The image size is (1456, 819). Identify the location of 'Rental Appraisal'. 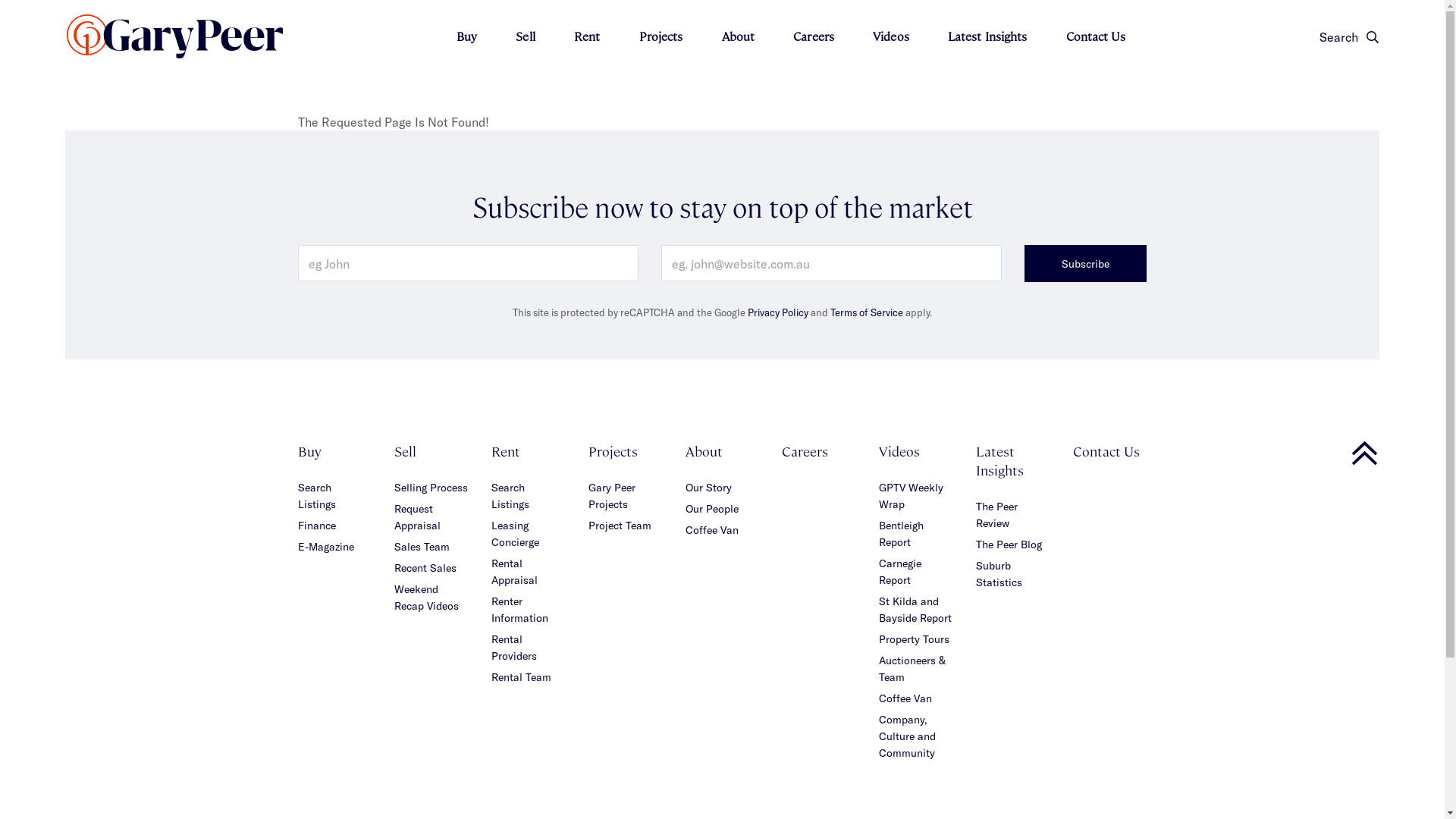
(514, 571).